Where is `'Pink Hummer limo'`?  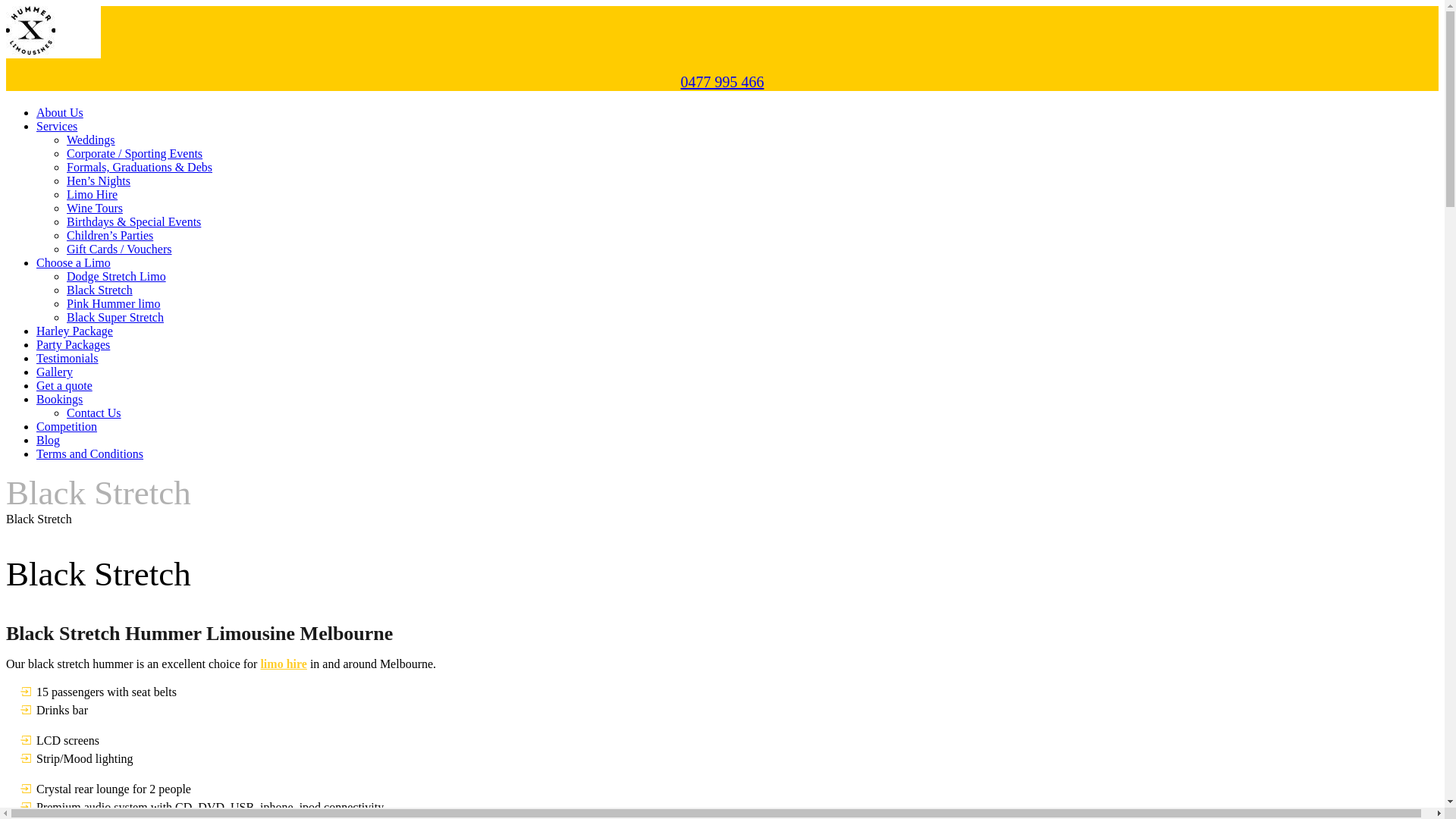
'Pink Hummer limo' is located at coordinates (65, 303).